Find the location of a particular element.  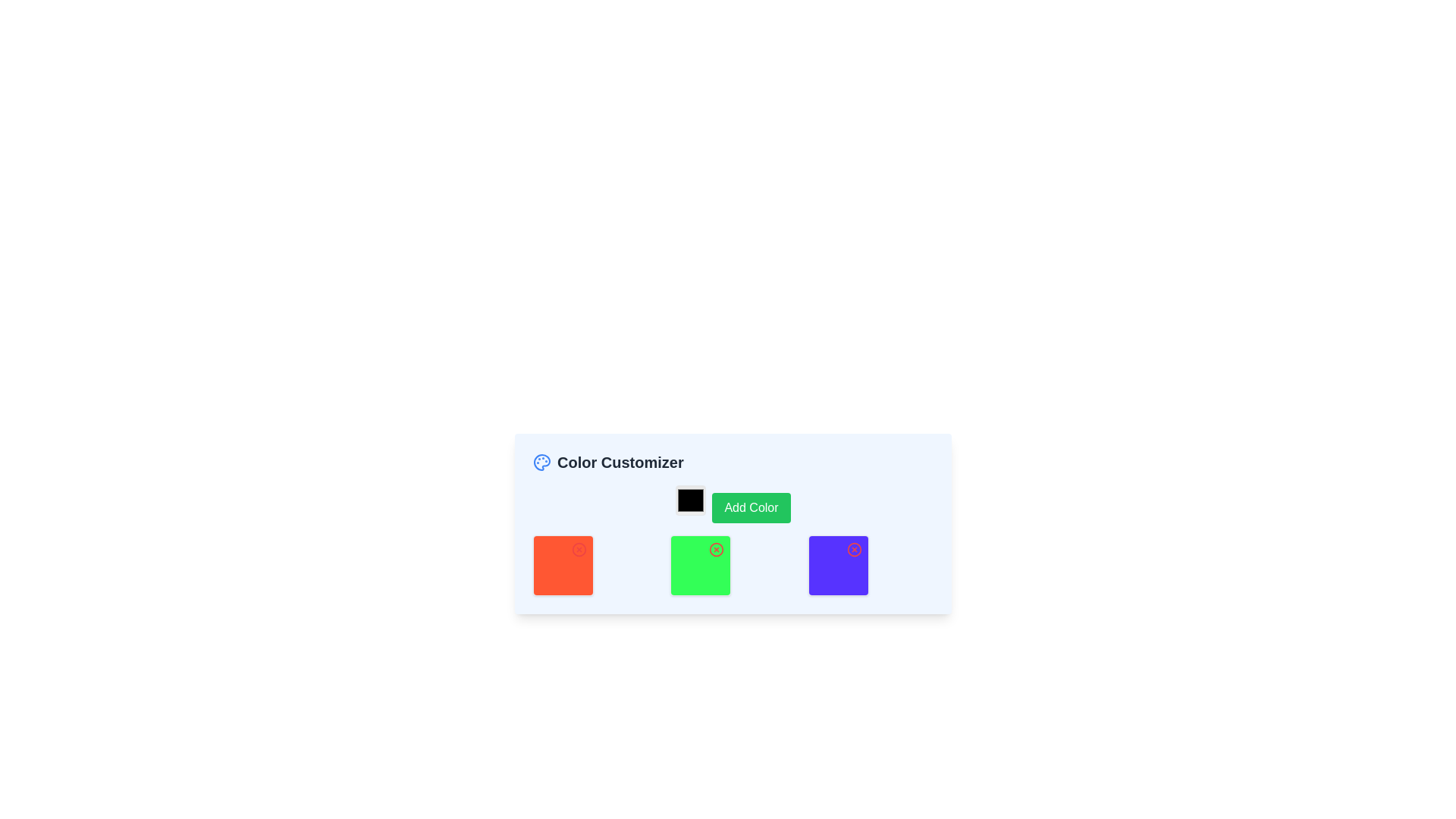

the close button located in the top-right corner of the purple square card, which is the third item from the left below the 'Color Customizer' header section is located at coordinates (854, 550).